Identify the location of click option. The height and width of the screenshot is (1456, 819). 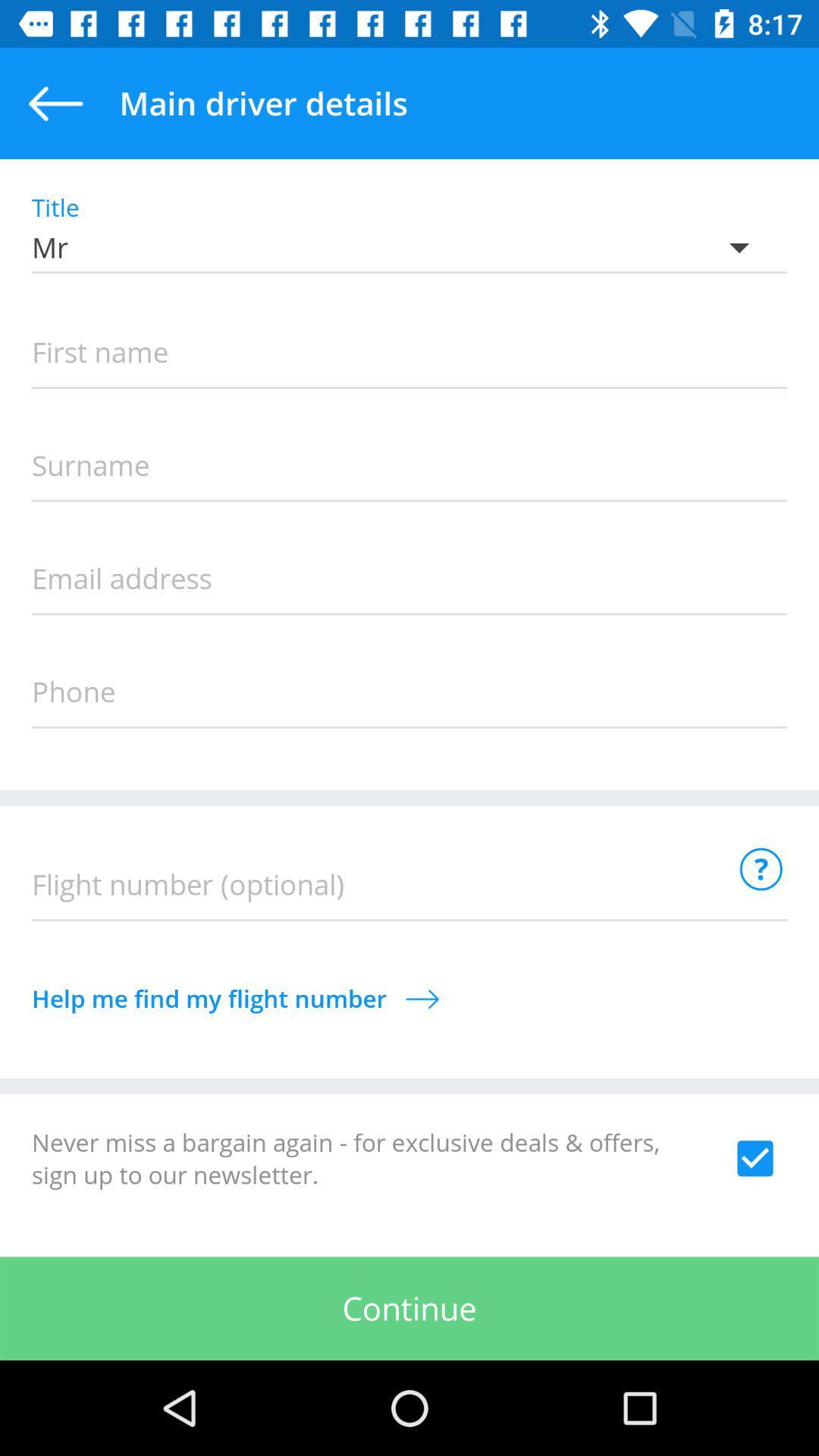
(755, 1157).